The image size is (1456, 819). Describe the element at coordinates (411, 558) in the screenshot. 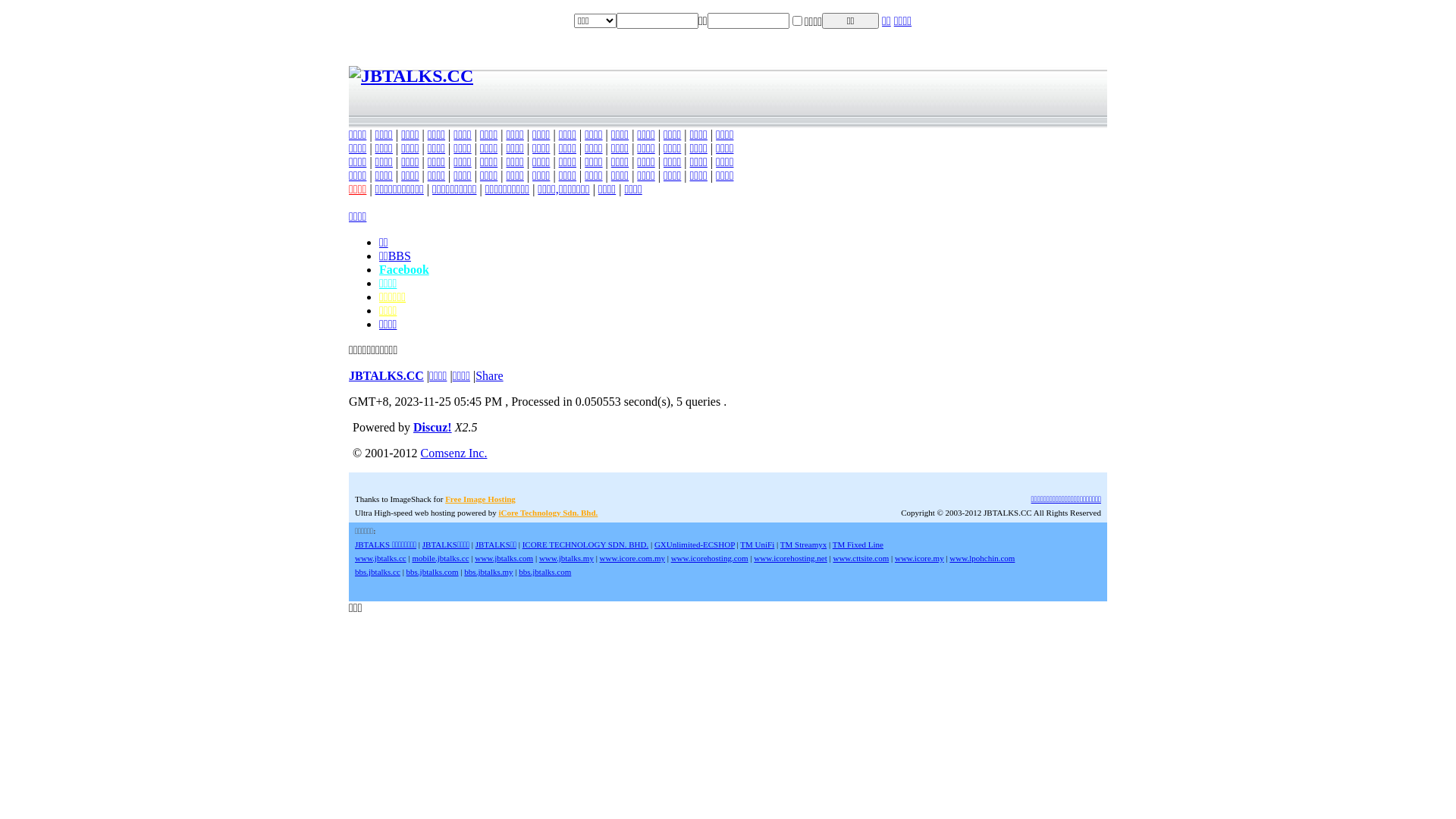

I see `'mobile.jbtalks.cc'` at that location.